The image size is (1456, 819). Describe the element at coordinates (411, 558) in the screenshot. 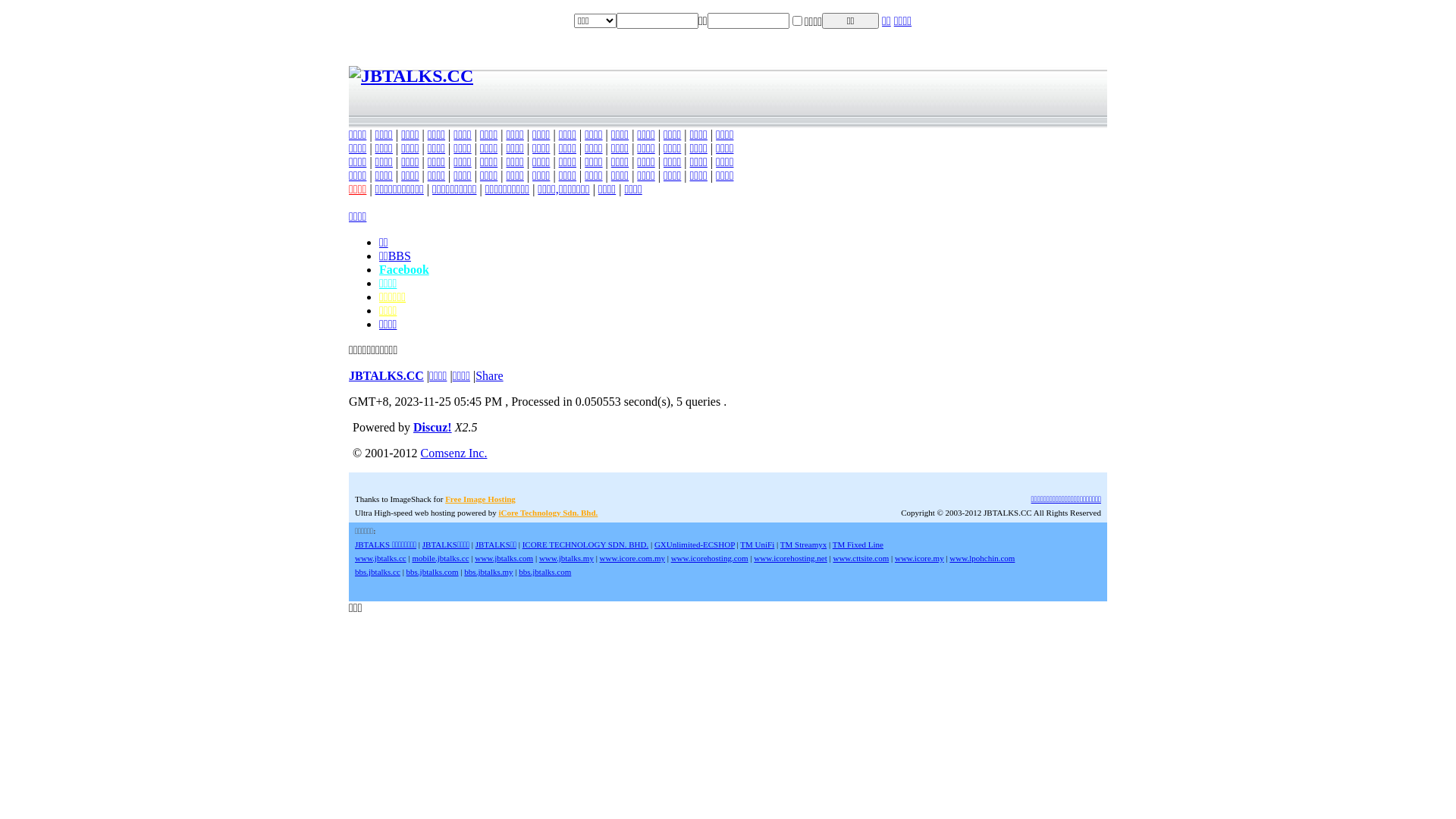

I see `'mobile.jbtalks.cc'` at that location.